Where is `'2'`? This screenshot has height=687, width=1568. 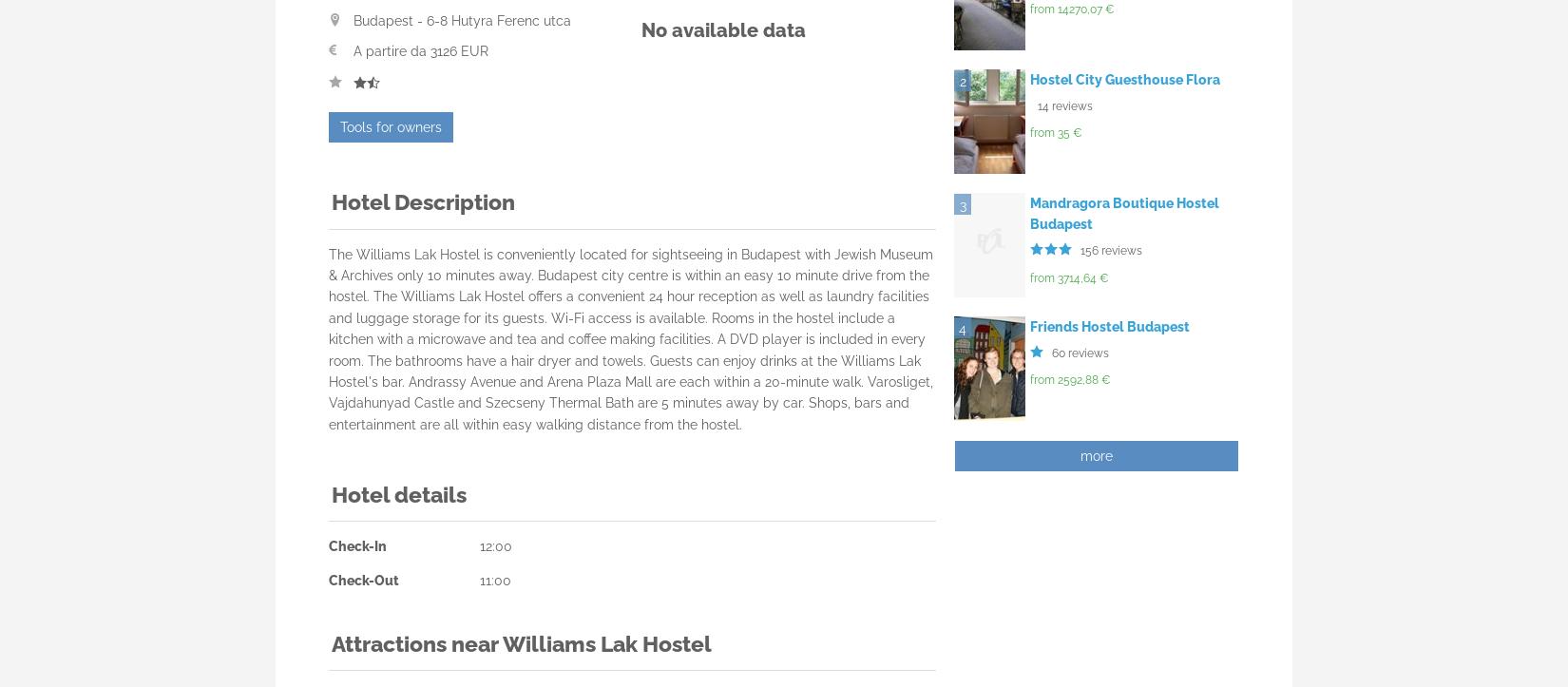
'2' is located at coordinates (958, 80).